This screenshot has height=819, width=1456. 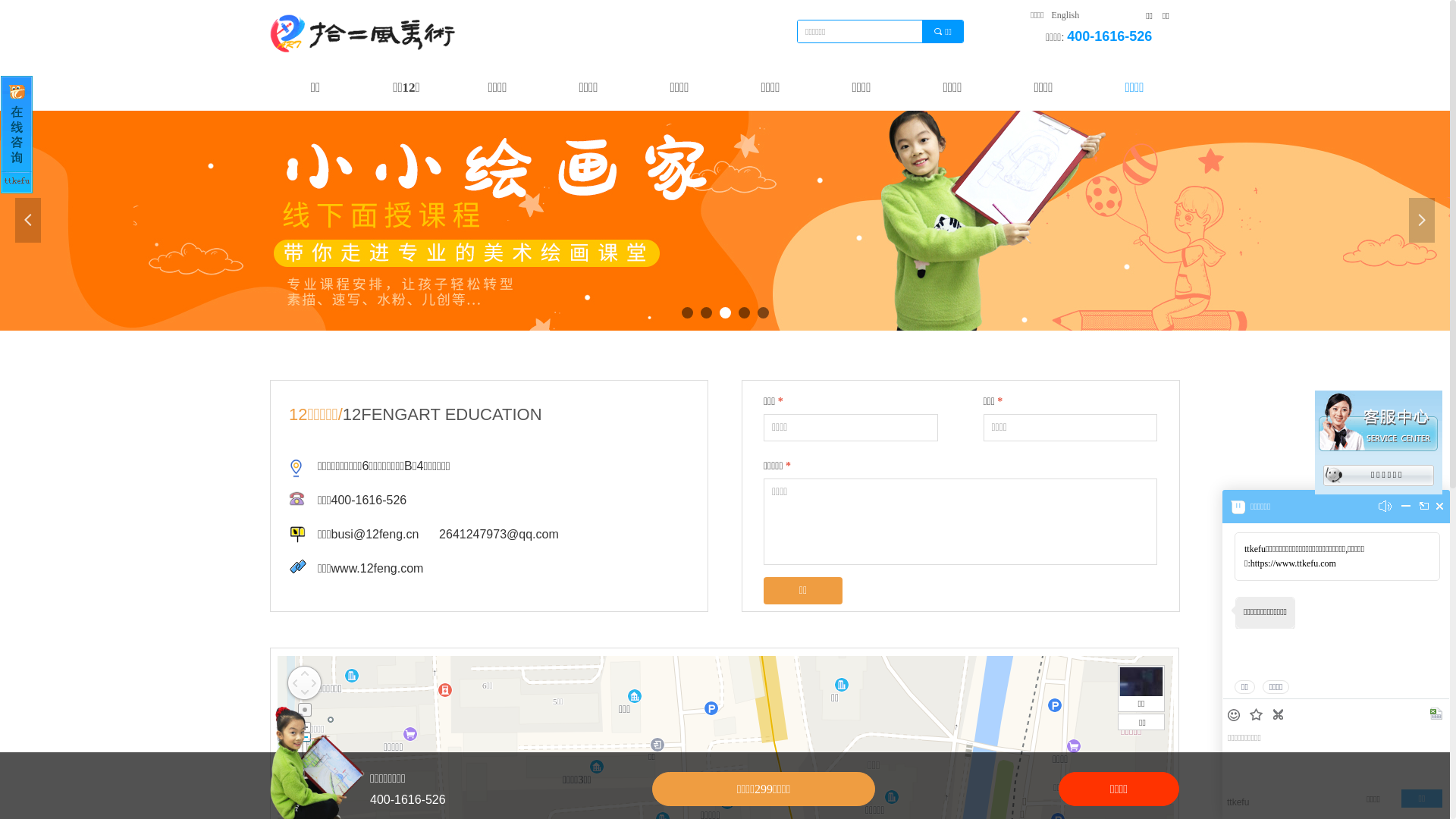 What do you see at coordinates (1292, 563) in the screenshot?
I see `'https://www.ttkefu.com'` at bounding box center [1292, 563].